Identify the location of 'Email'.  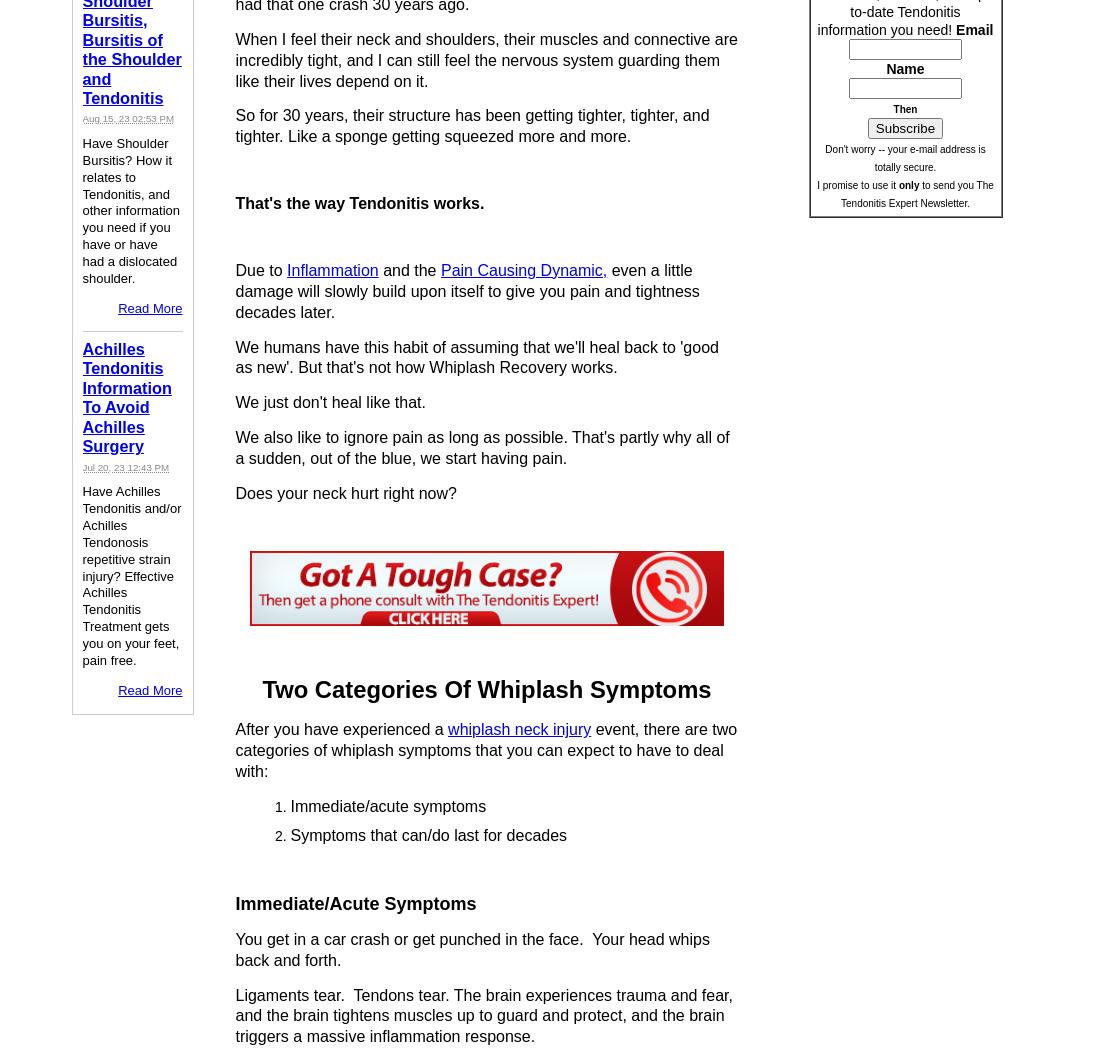
(974, 29).